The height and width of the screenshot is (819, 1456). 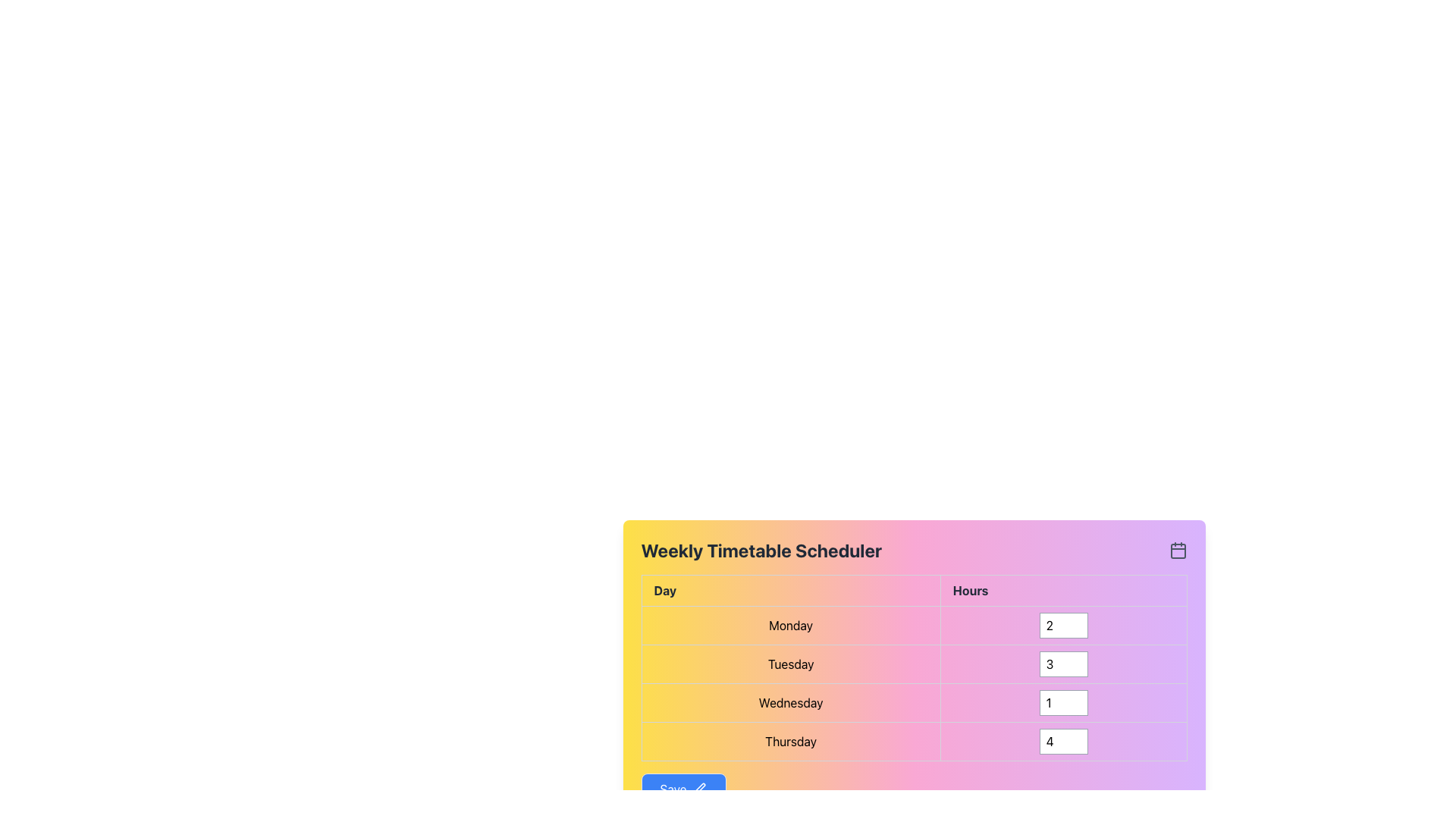 What do you see at coordinates (699, 789) in the screenshot?
I see `the editing feature icon within the blue 'Save' button` at bounding box center [699, 789].